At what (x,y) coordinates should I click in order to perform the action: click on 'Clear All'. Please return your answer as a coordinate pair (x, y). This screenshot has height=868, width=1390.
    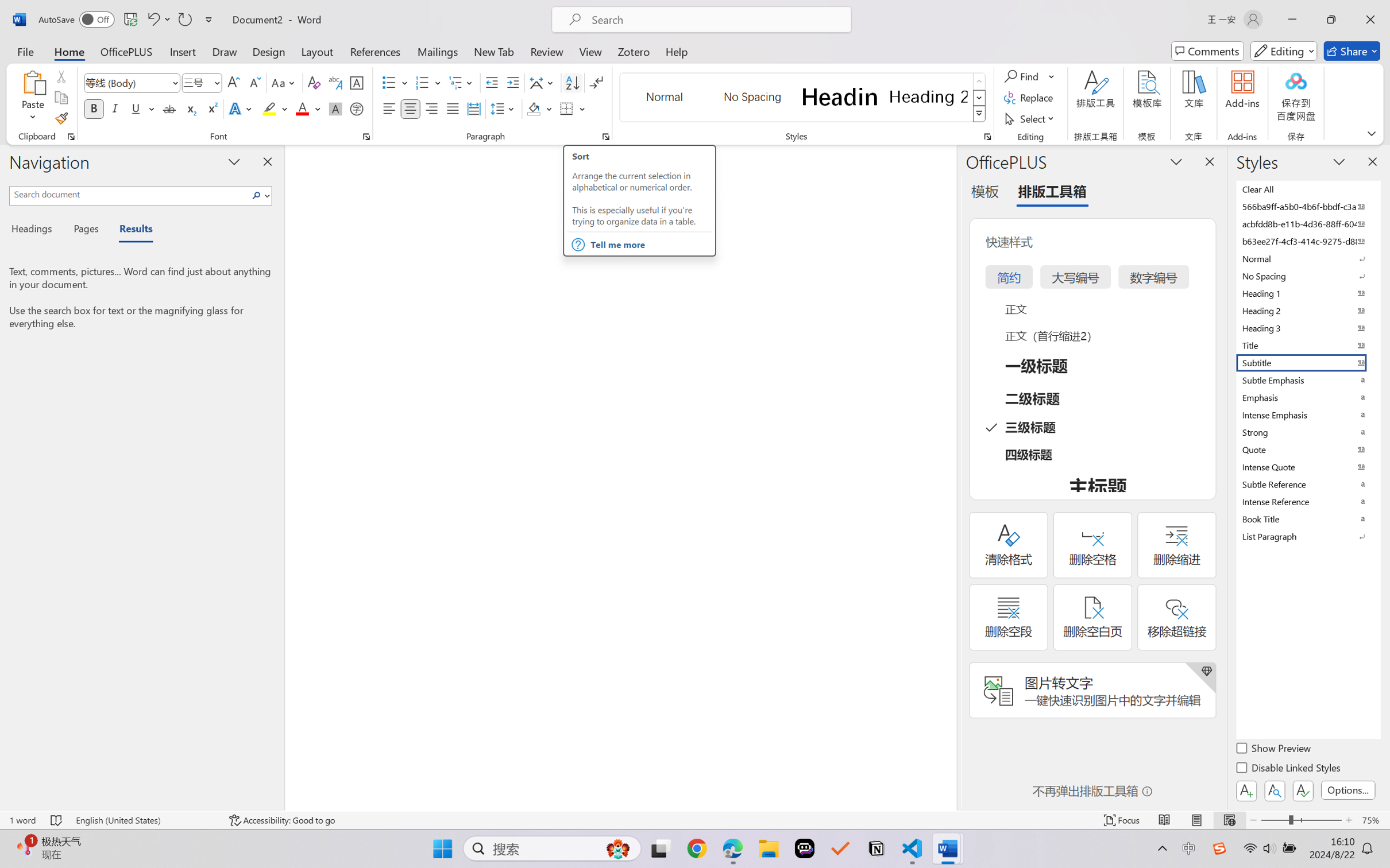
    Looking at the image, I should click on (1307, 188).